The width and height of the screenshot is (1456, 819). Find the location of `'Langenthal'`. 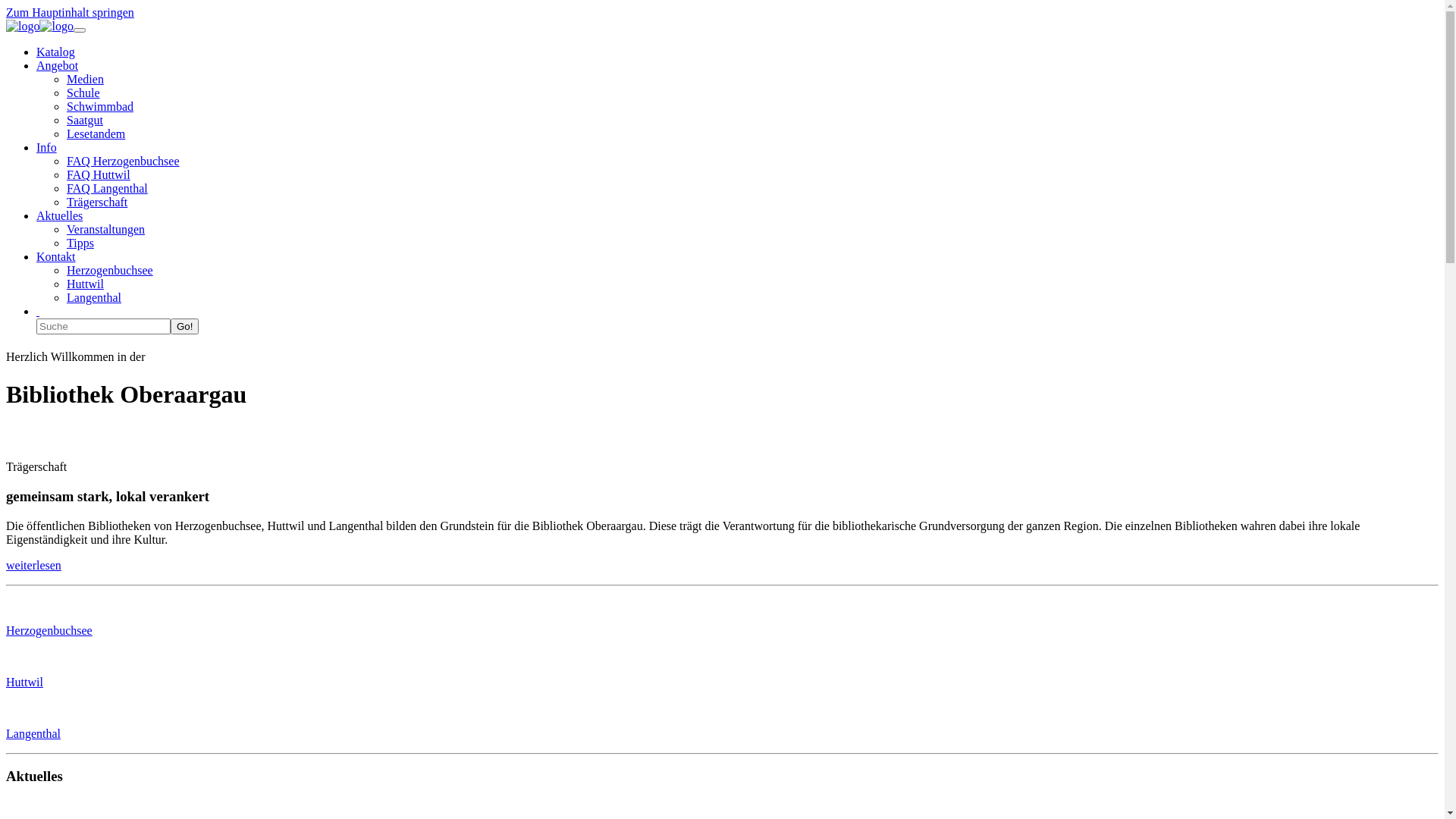

'Langenthal' is located at coordinates (93, 297).